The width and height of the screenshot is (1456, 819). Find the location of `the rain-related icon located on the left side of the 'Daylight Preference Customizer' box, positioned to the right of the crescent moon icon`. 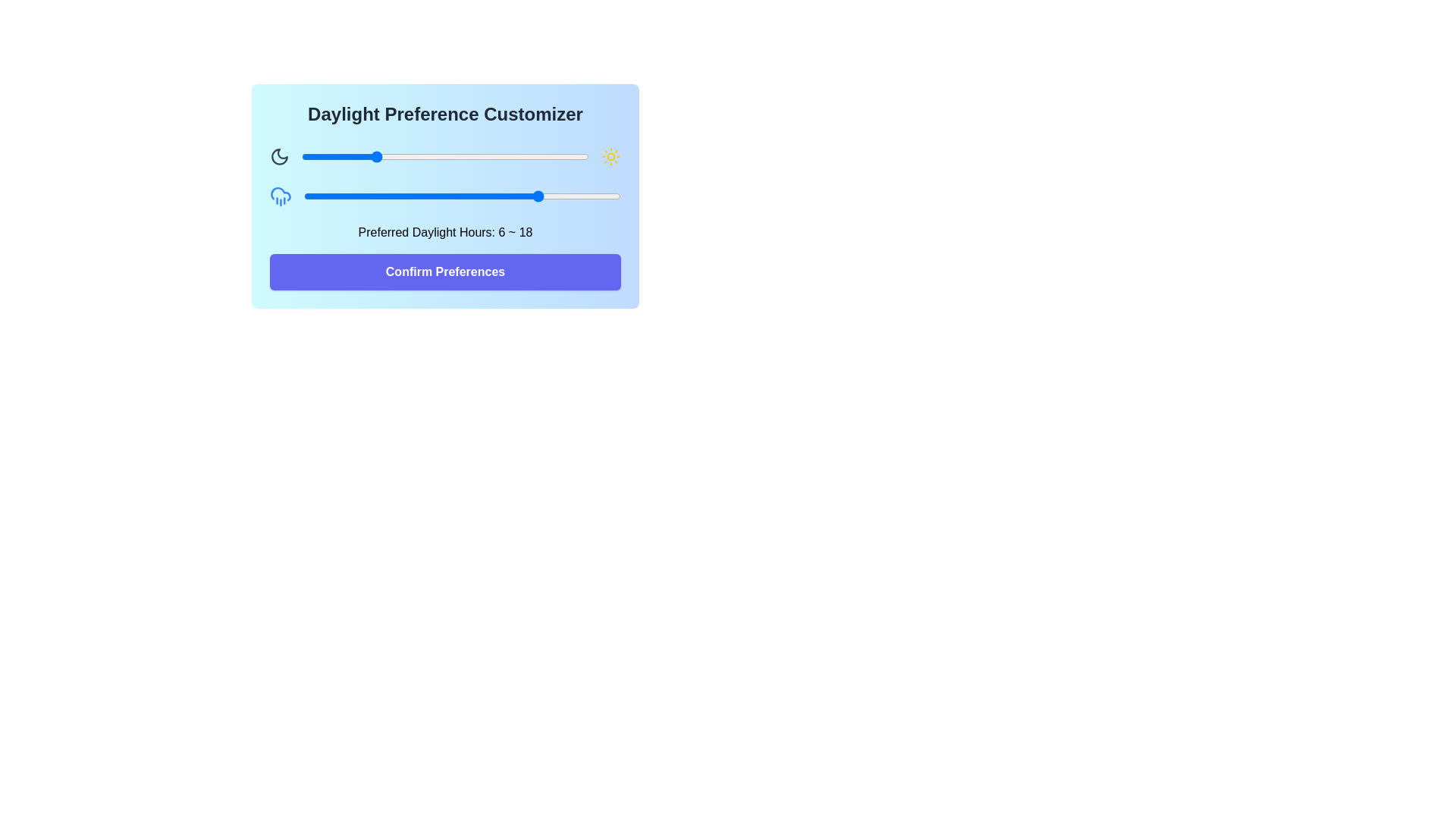

the rain-related icon located on the left side of the 'Daylight Preference Customizer' box, positioned to the right of the crescent moon icon is located at coordinates (281, 195).